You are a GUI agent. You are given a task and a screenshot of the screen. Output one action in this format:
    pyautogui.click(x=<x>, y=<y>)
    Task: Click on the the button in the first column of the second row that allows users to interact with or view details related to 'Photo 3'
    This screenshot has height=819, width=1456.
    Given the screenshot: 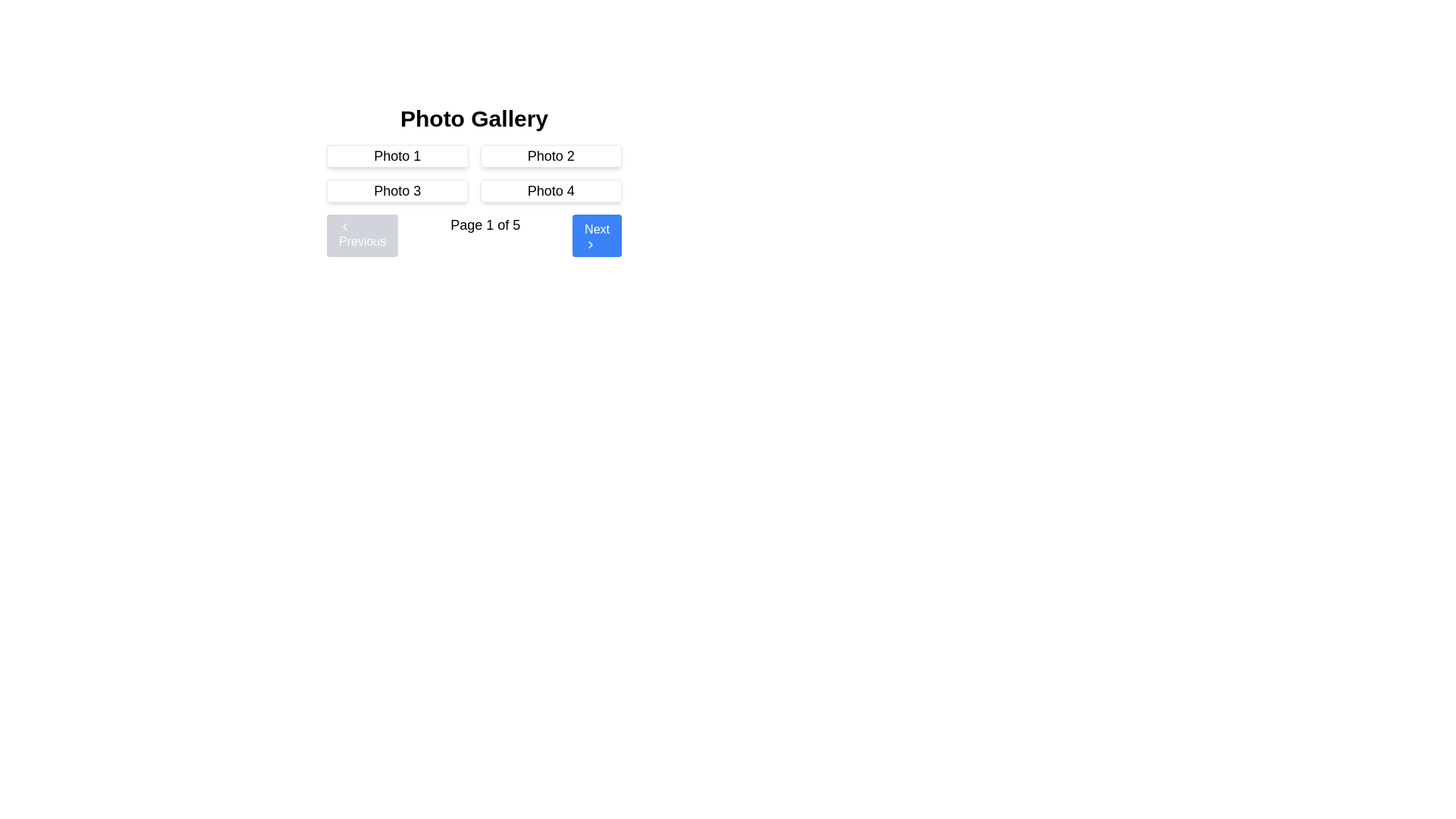 What is the action you would take?
    pyautogui.click(x=397, y=190)
    